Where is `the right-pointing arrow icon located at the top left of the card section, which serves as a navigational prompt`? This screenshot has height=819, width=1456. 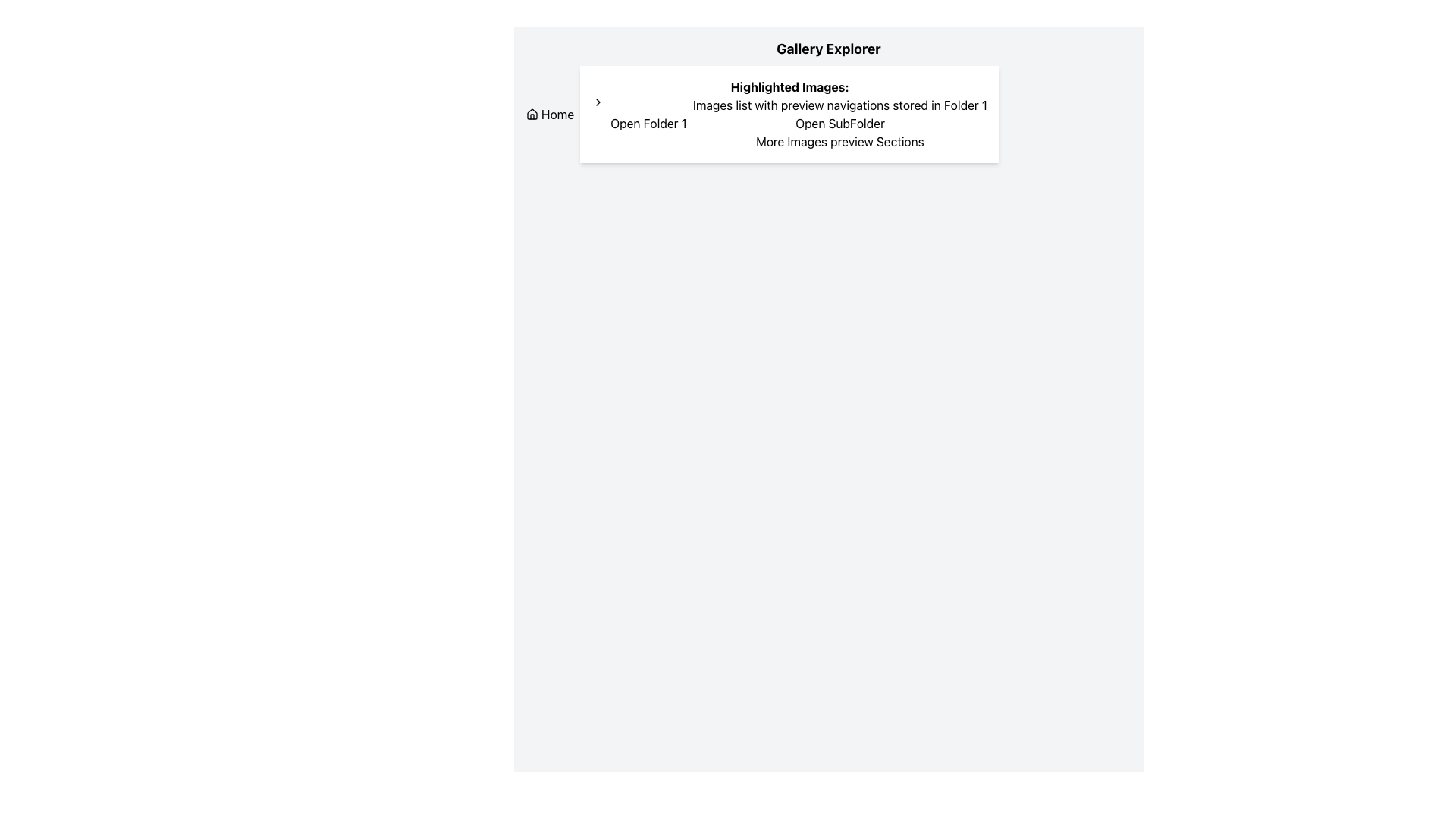
the right-pointing arrow icon located at the top left of the card section, which serves as a navigational prompt is located at coordinates (598, 102).